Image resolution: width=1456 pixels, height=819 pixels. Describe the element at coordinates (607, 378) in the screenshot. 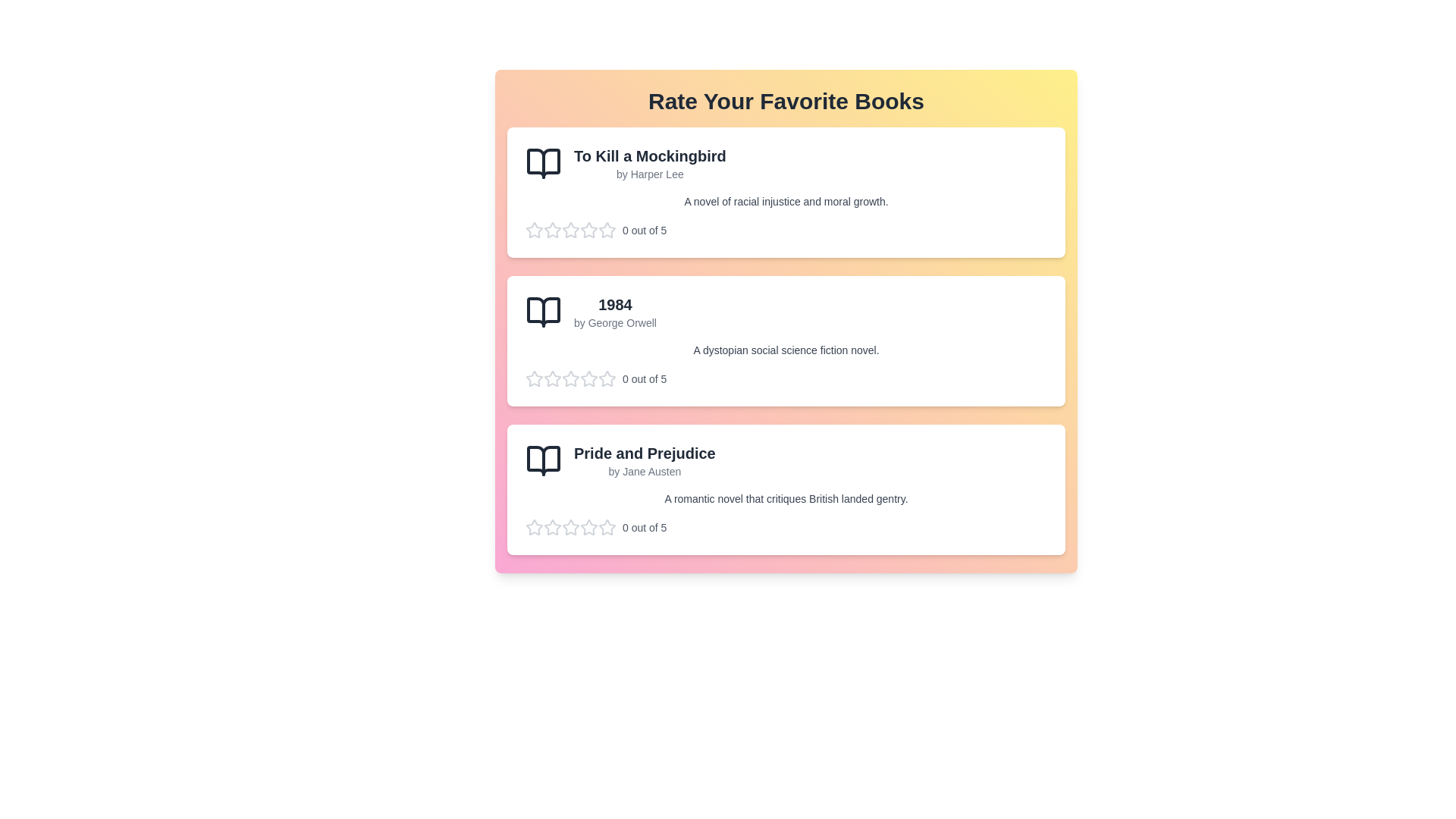

I see `the second star icon in the 5-star rating system for the book '1984' by George Orwell to rate it` at that location.